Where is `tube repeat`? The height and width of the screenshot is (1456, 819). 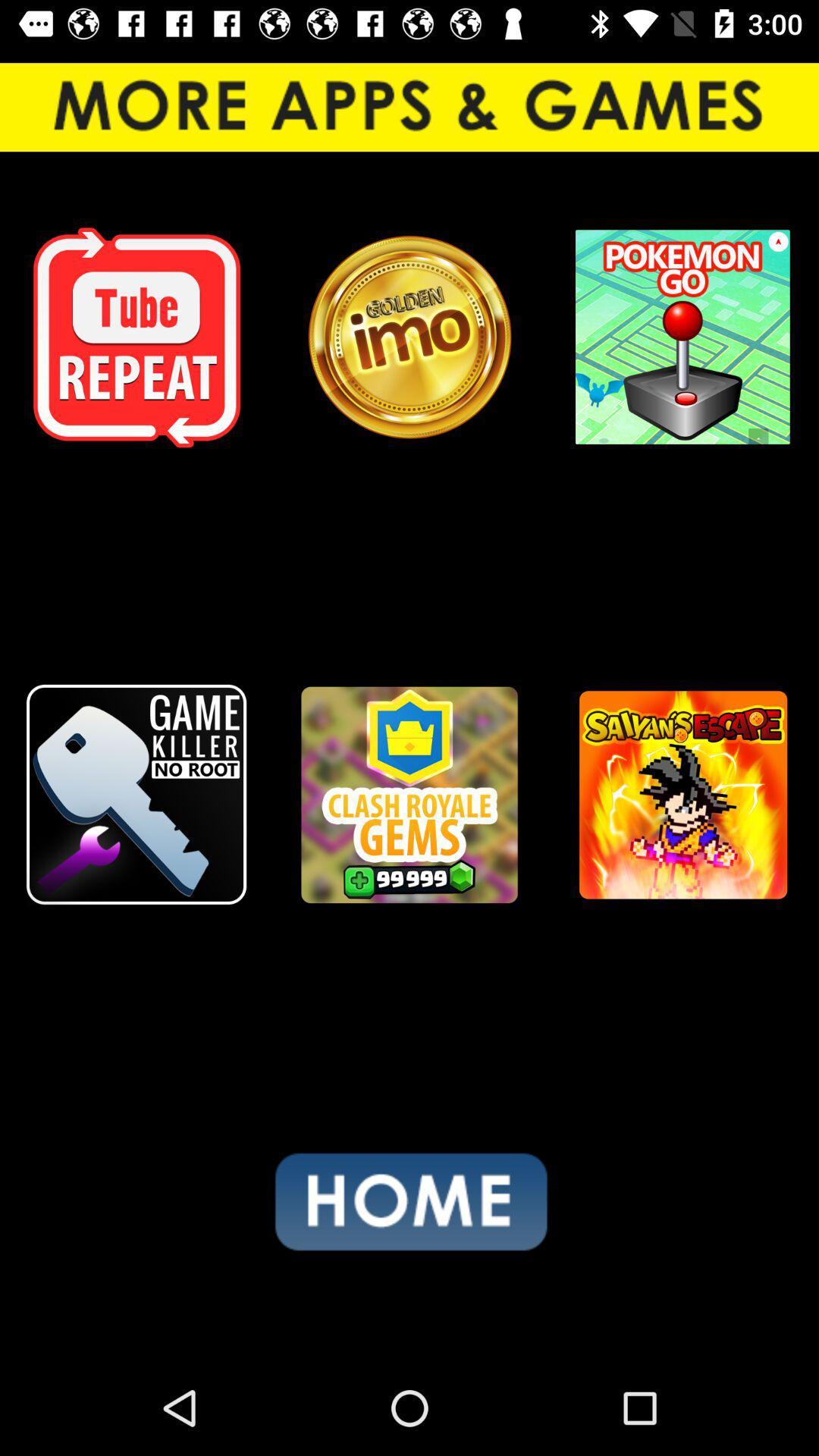 tube repeat is located at coordinates (136, 337).